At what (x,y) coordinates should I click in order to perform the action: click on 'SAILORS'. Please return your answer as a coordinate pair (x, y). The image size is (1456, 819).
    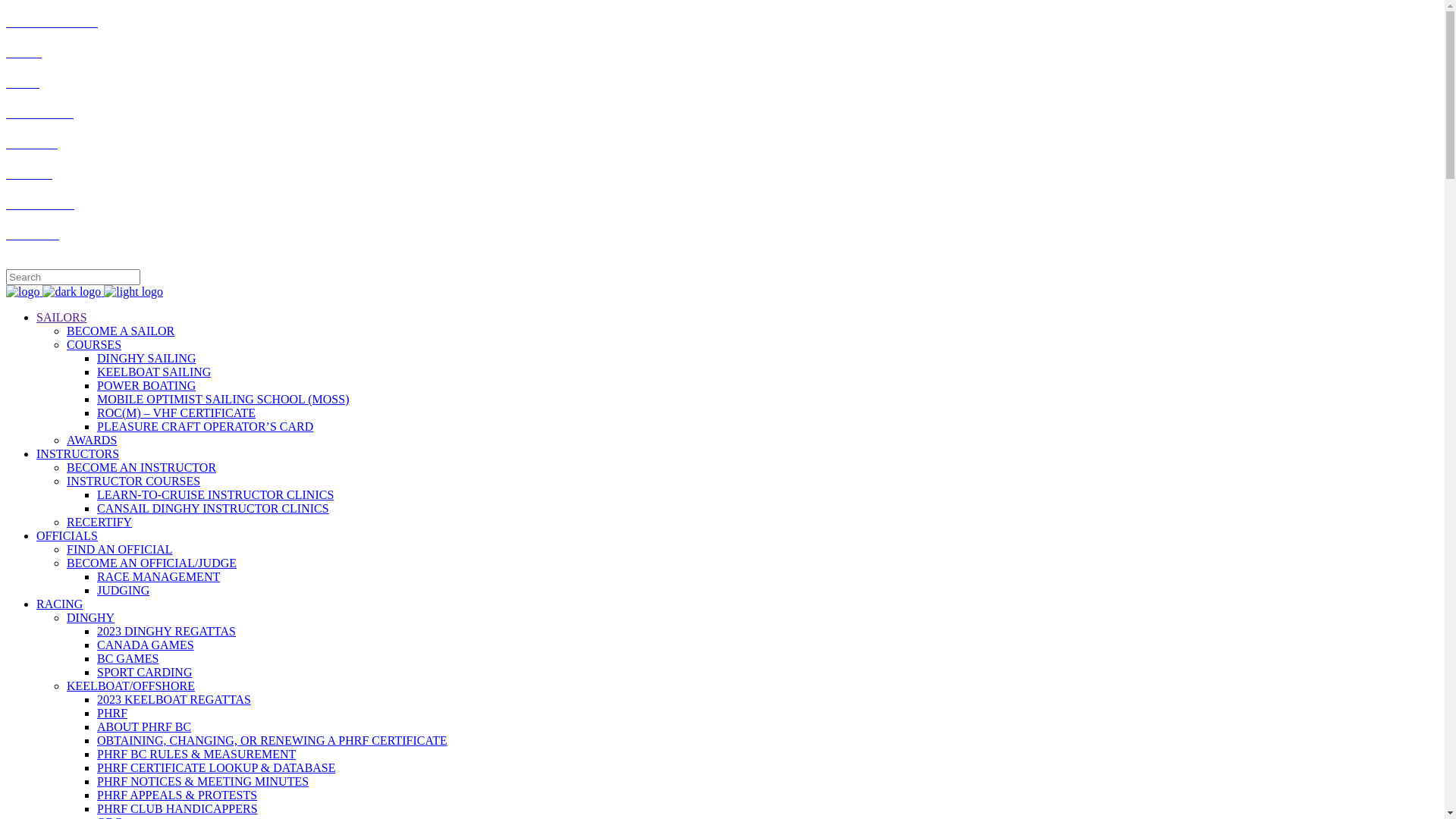
    Looking at the image, I should click on (61, 316).